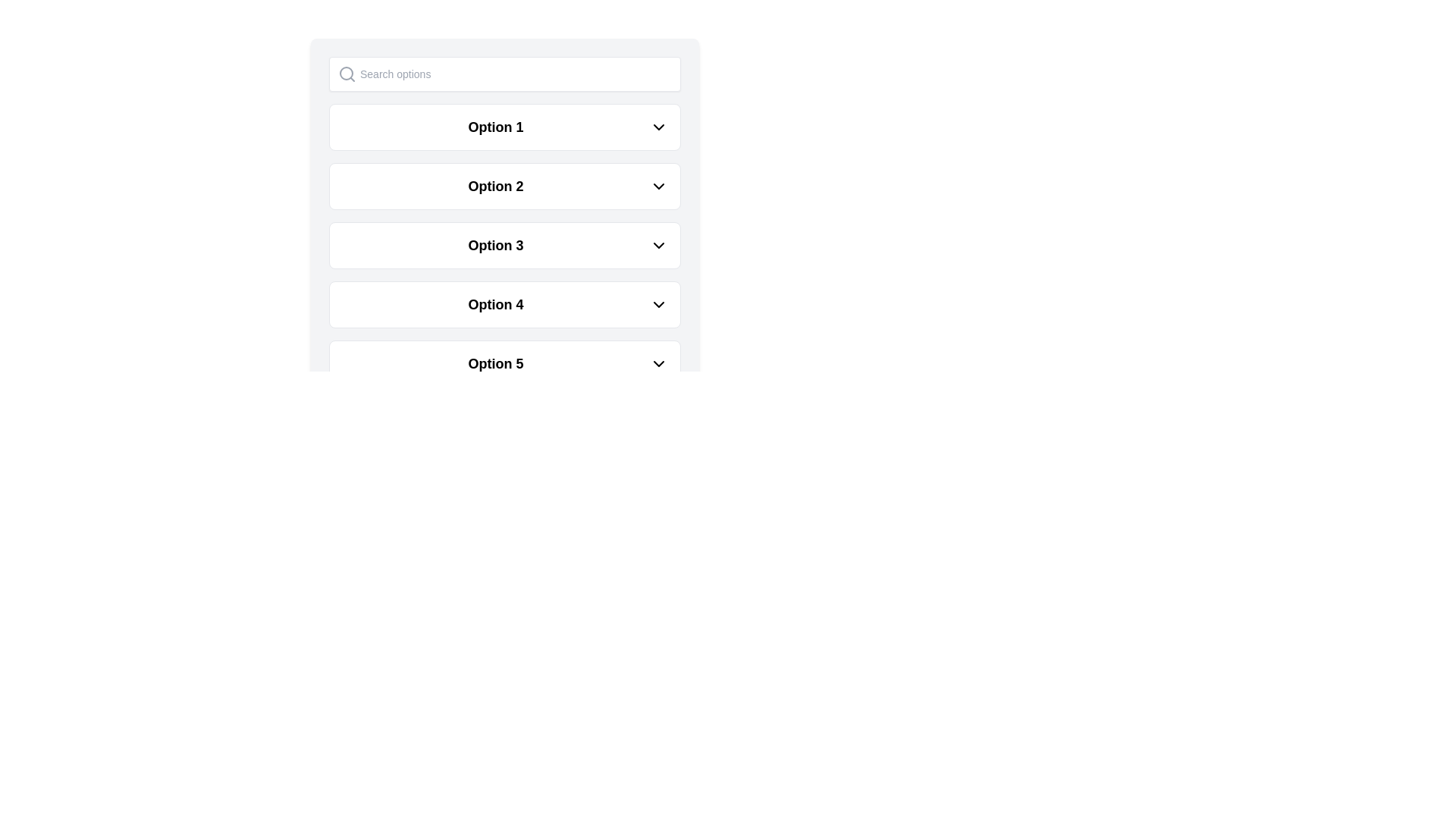 Image resolution: width=1456 pixels, height=819 pixels. What do you see at coordinates (505, 363) in the screenshot?
I see `the fifth list item with text and an icon` at bounding box center [505, 363].